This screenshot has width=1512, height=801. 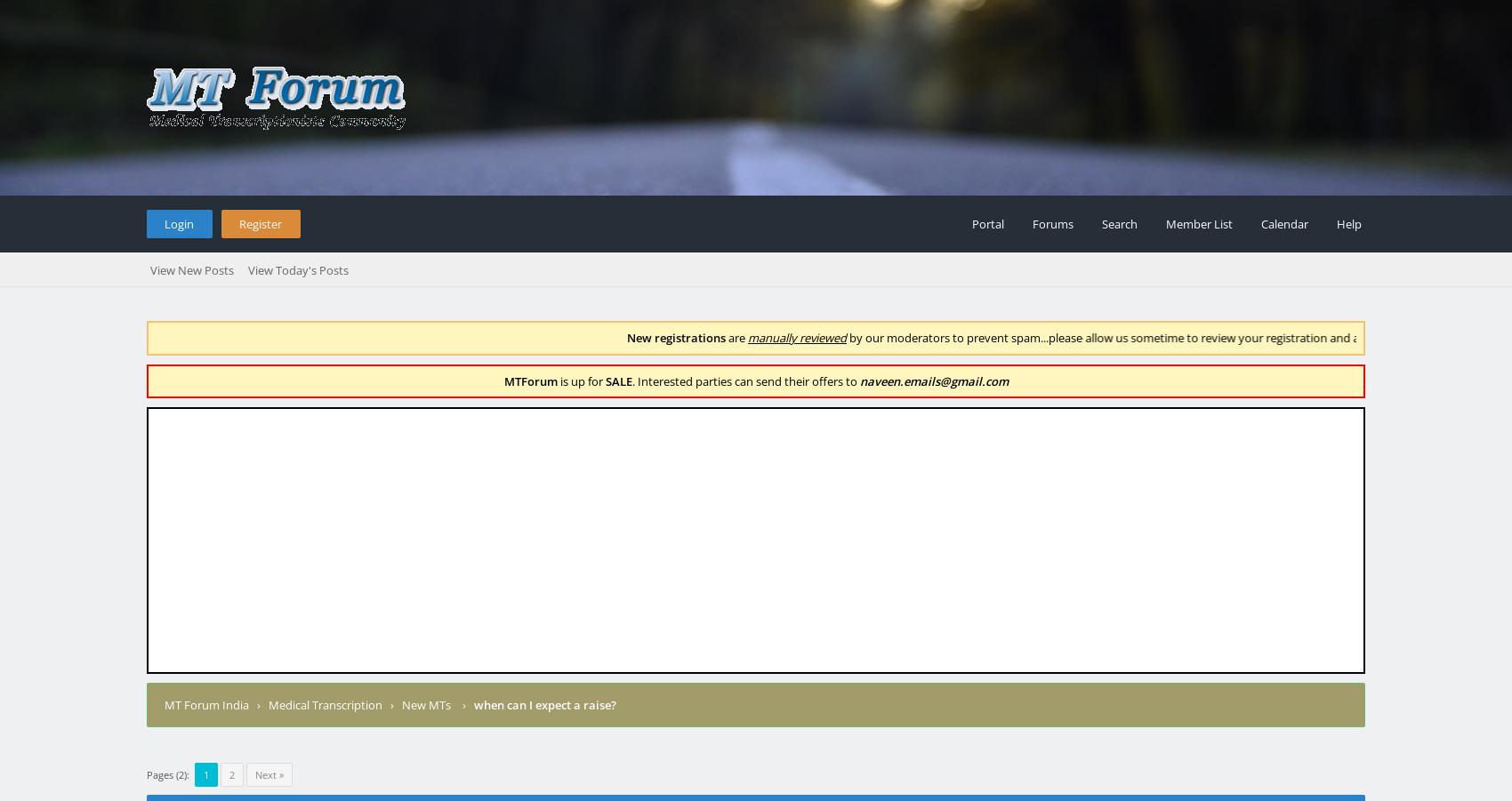 I want to click on 'MTForum', so click(x=529, y=379).